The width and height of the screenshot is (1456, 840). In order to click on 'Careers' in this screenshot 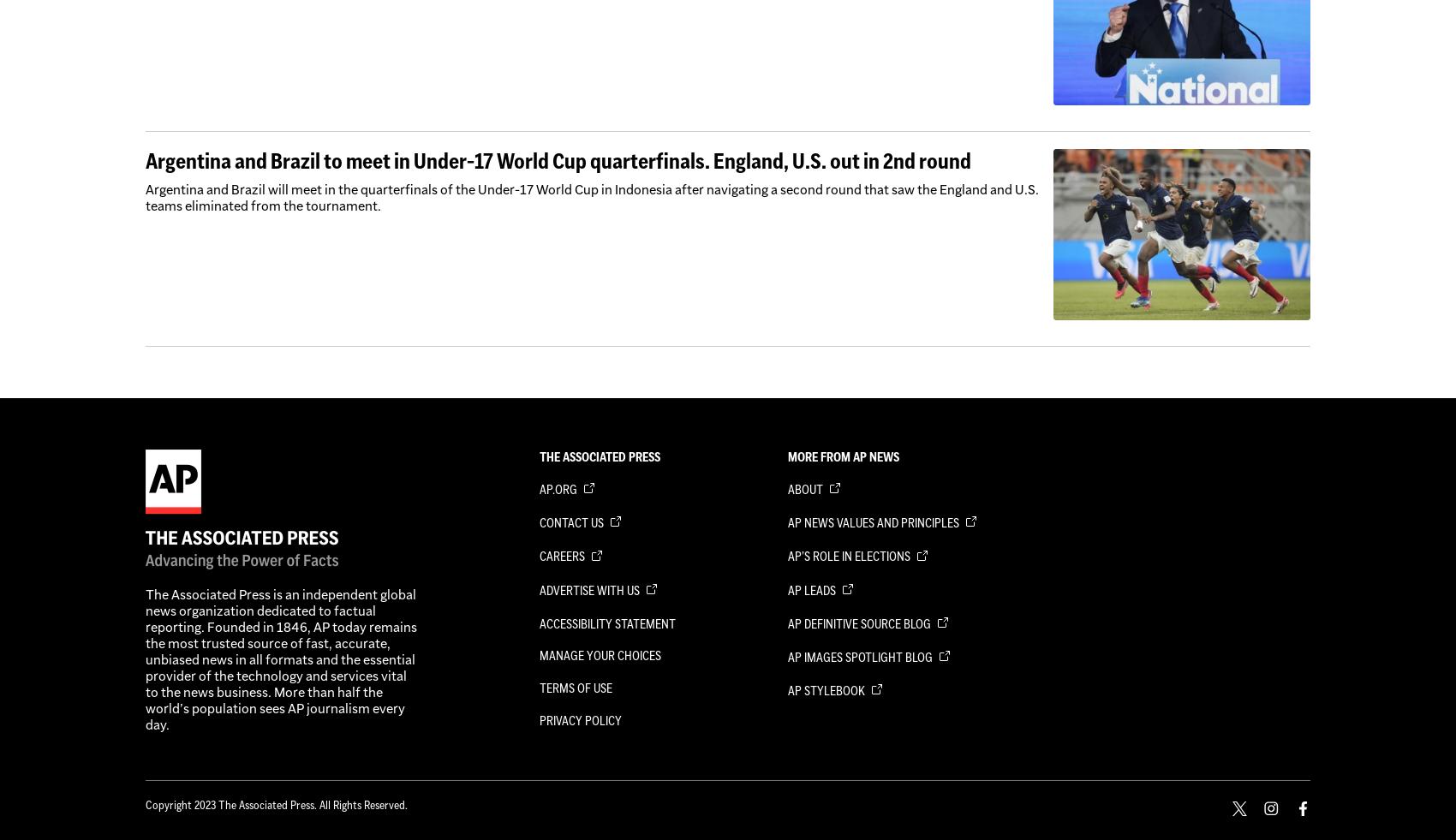, I will do `click(539, 557)`.